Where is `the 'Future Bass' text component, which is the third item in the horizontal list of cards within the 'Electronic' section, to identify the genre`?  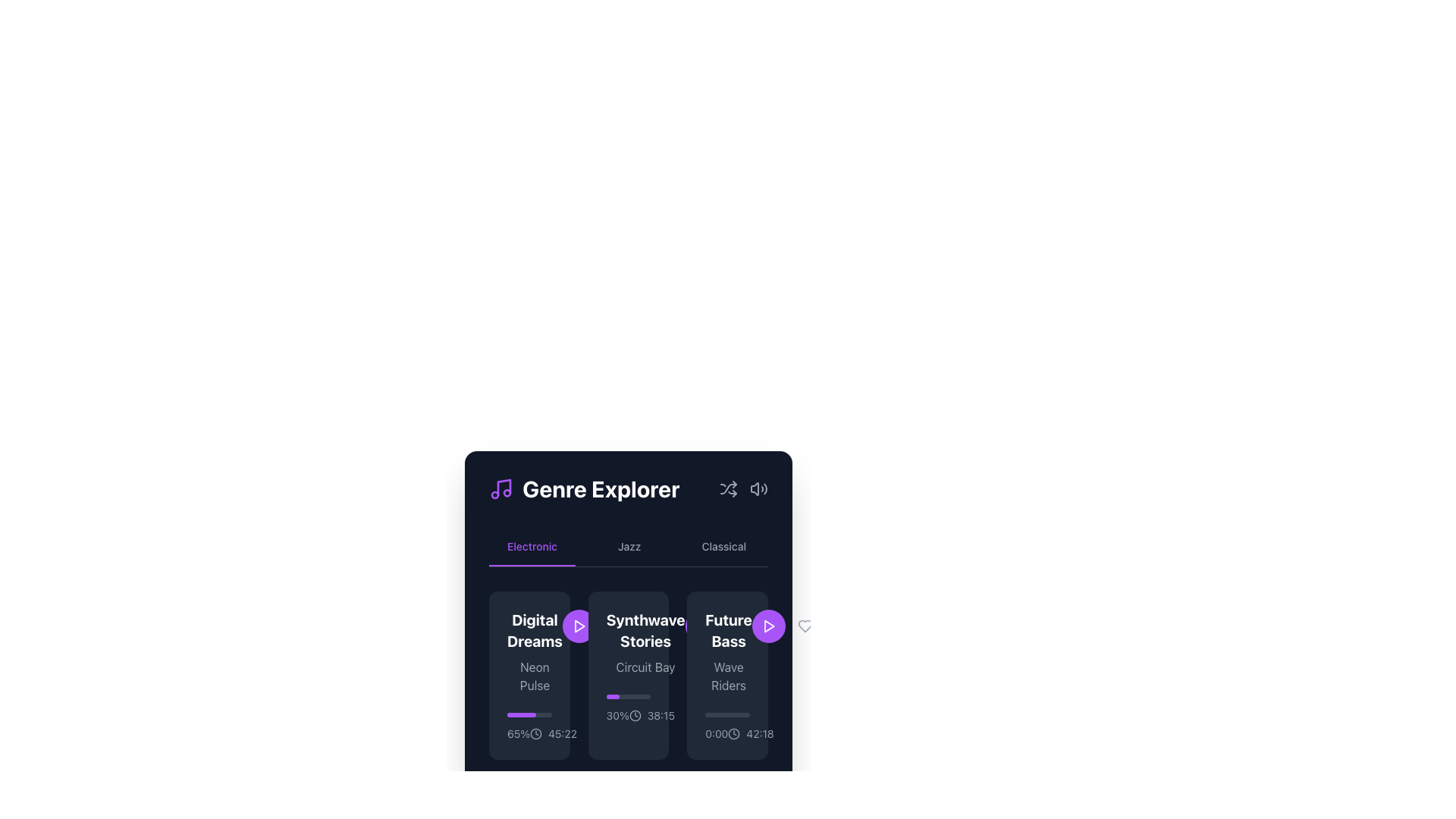
the 'Future Bass' text component, which is the third item in the horizontal list of cards within the 'Electronic' section, to identify the genre is located at coordinates (729, 651).